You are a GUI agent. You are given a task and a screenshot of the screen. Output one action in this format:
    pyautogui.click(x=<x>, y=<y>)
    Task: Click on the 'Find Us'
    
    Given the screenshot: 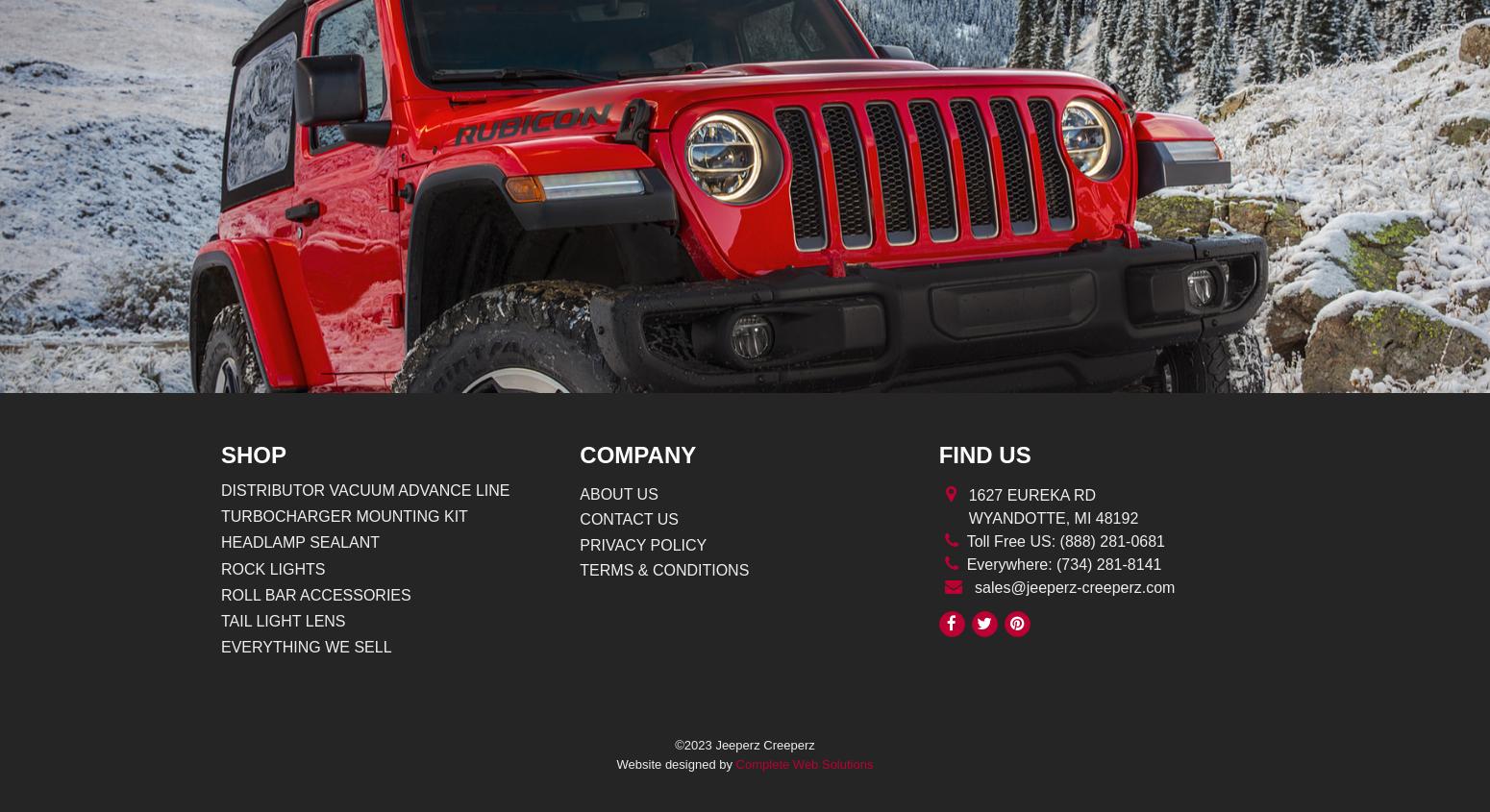 What is the action you would take?
    pyautogui.click(x=983, y=455)
    